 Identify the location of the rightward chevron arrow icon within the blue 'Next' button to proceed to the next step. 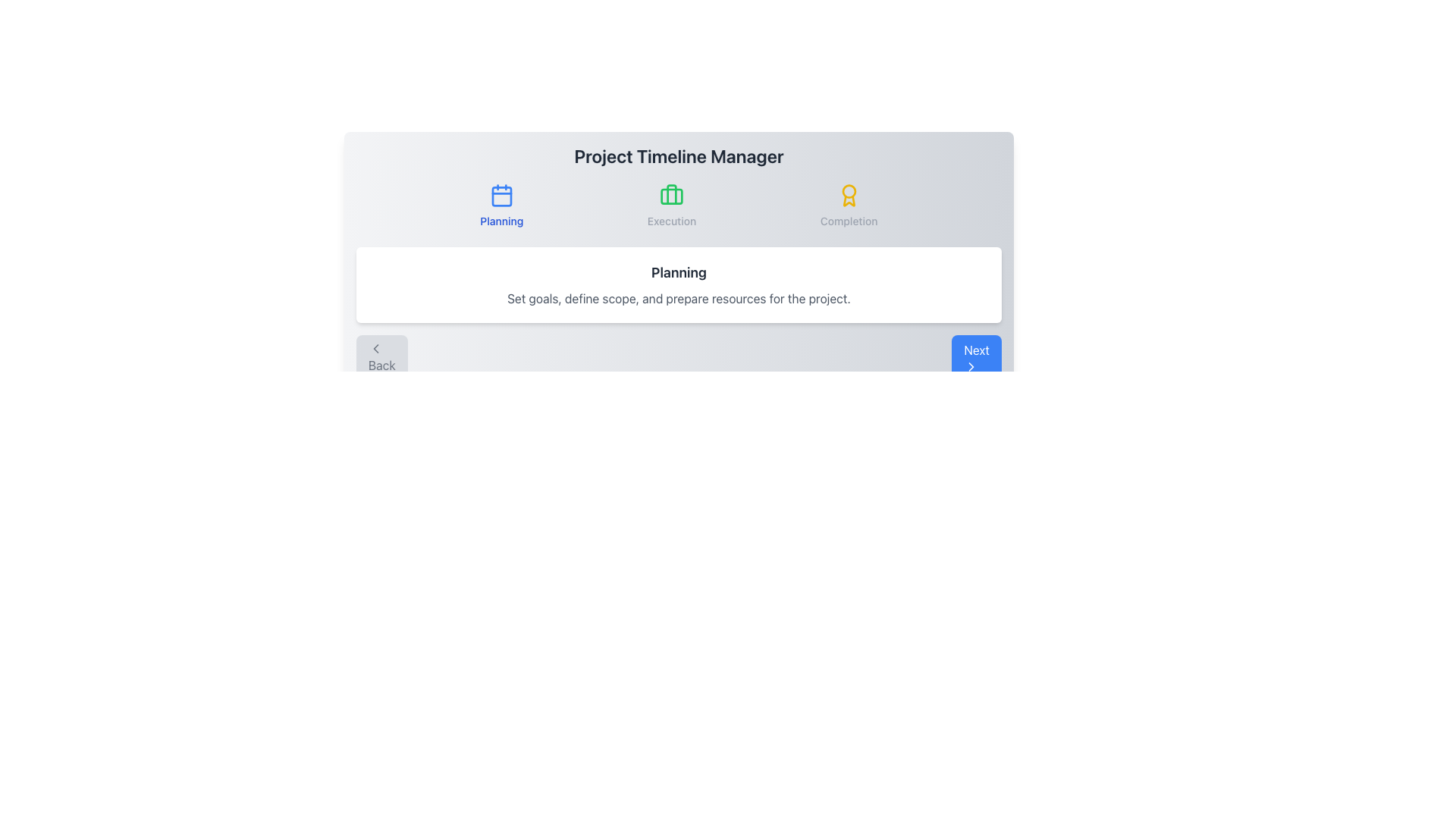
(971, 366).